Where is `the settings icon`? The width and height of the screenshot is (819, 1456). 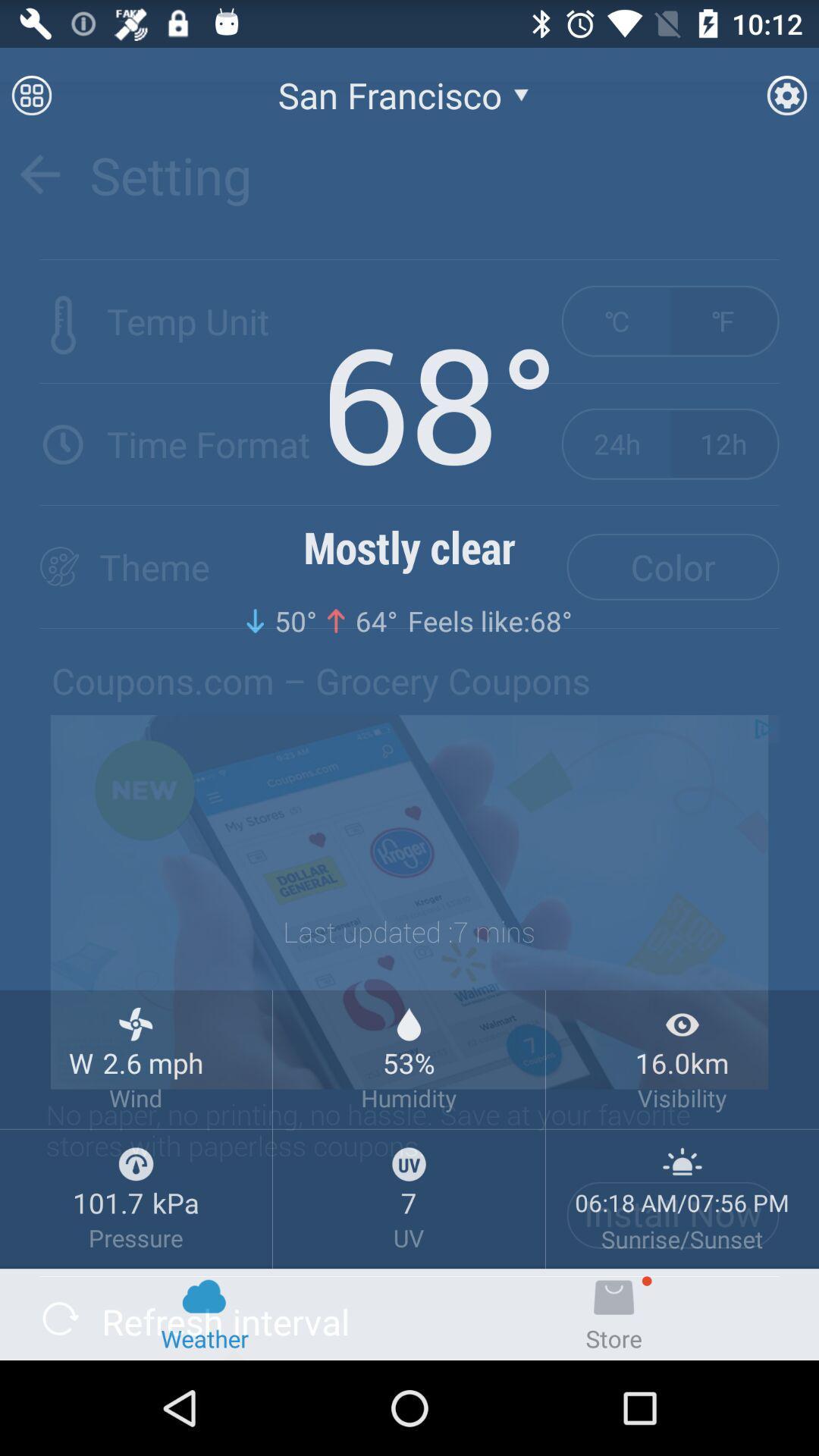 the settings icon is located at coordinates (786, 101).